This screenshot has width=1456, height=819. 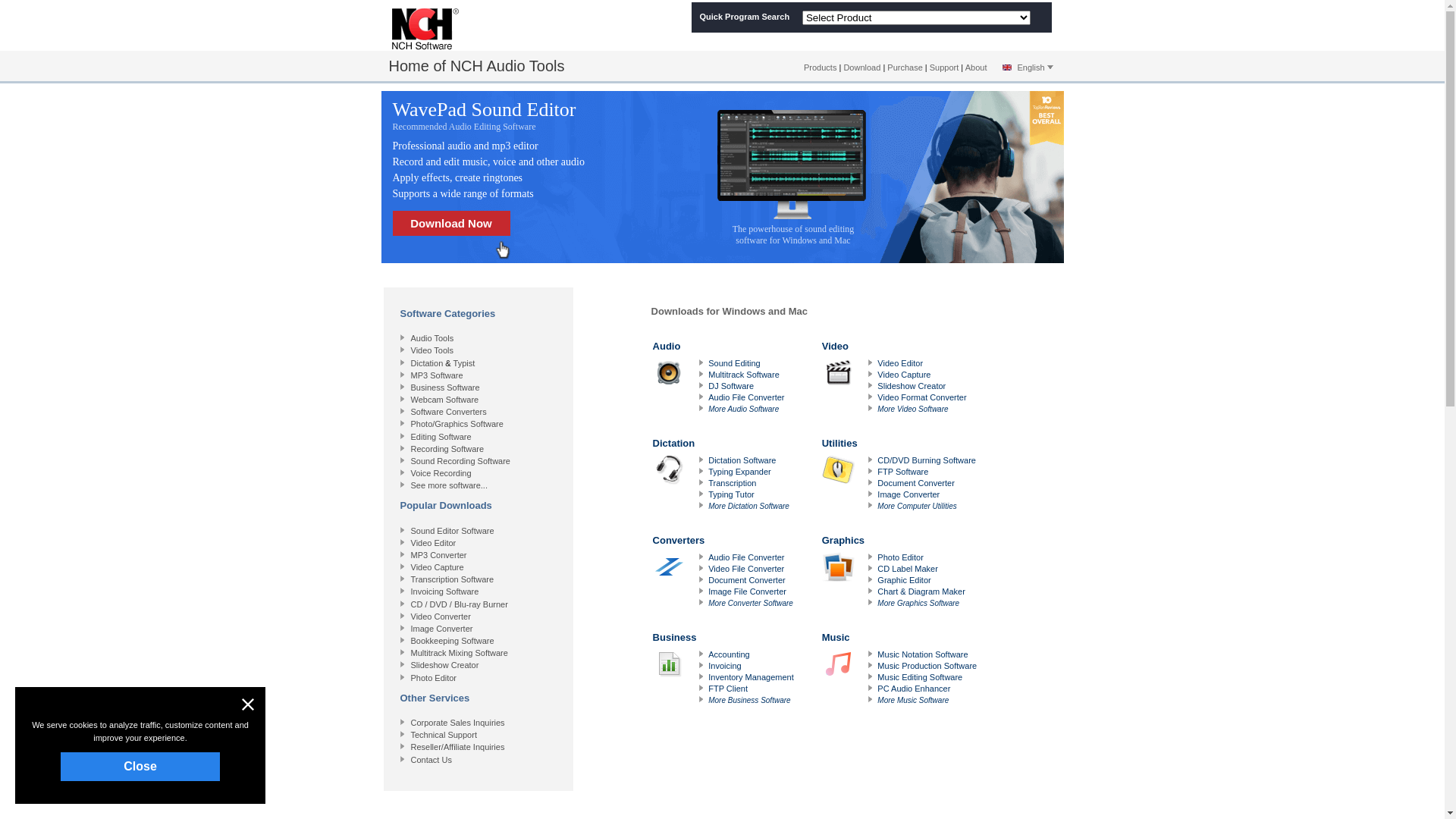 I want to click on 'Sound Editing', so click(x=708, y=362).